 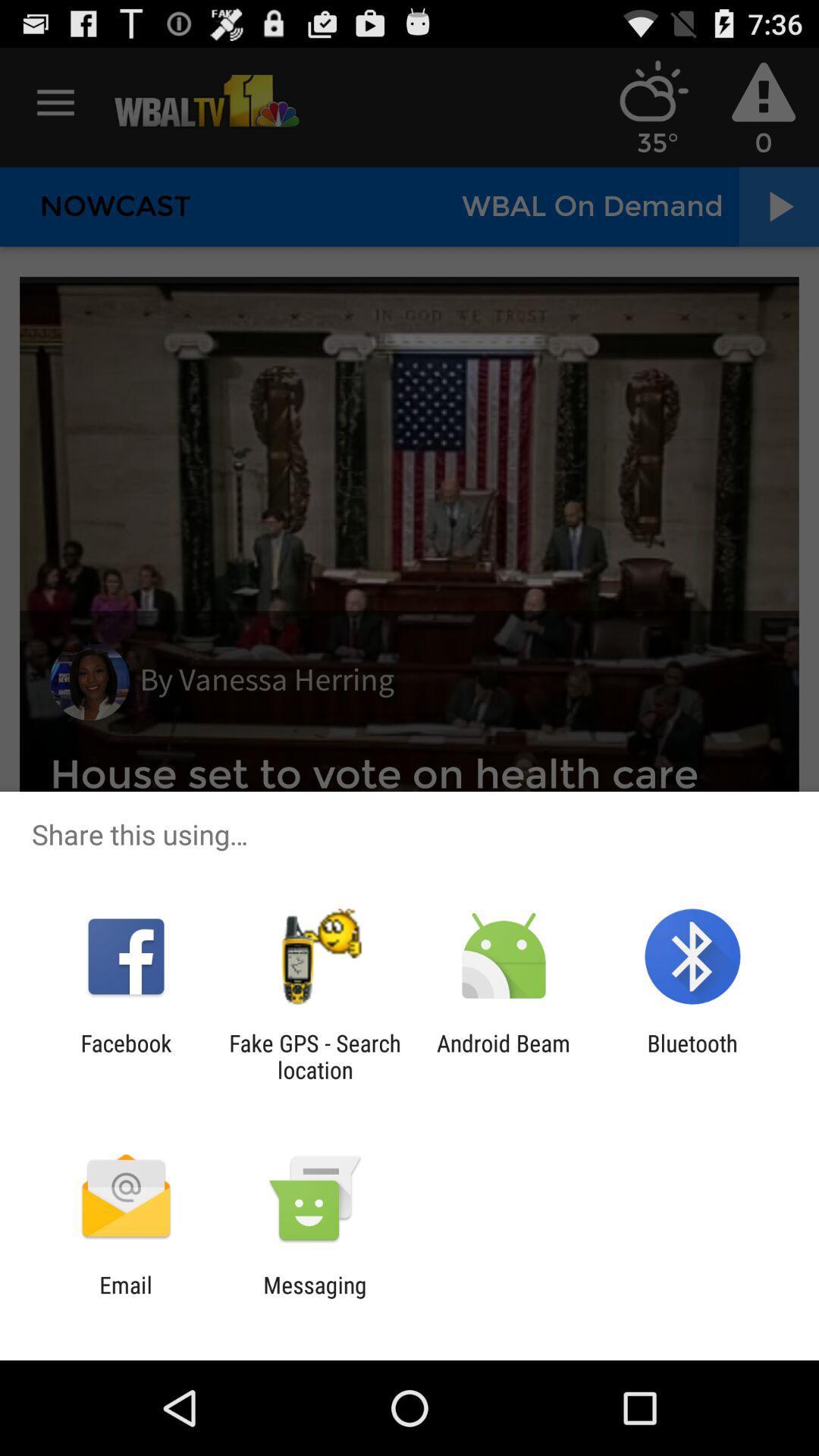 What do you see at coordinates (314, 1298) in the screenshot?
I see `icon next to the email app` at bounding box center [314, 1298].